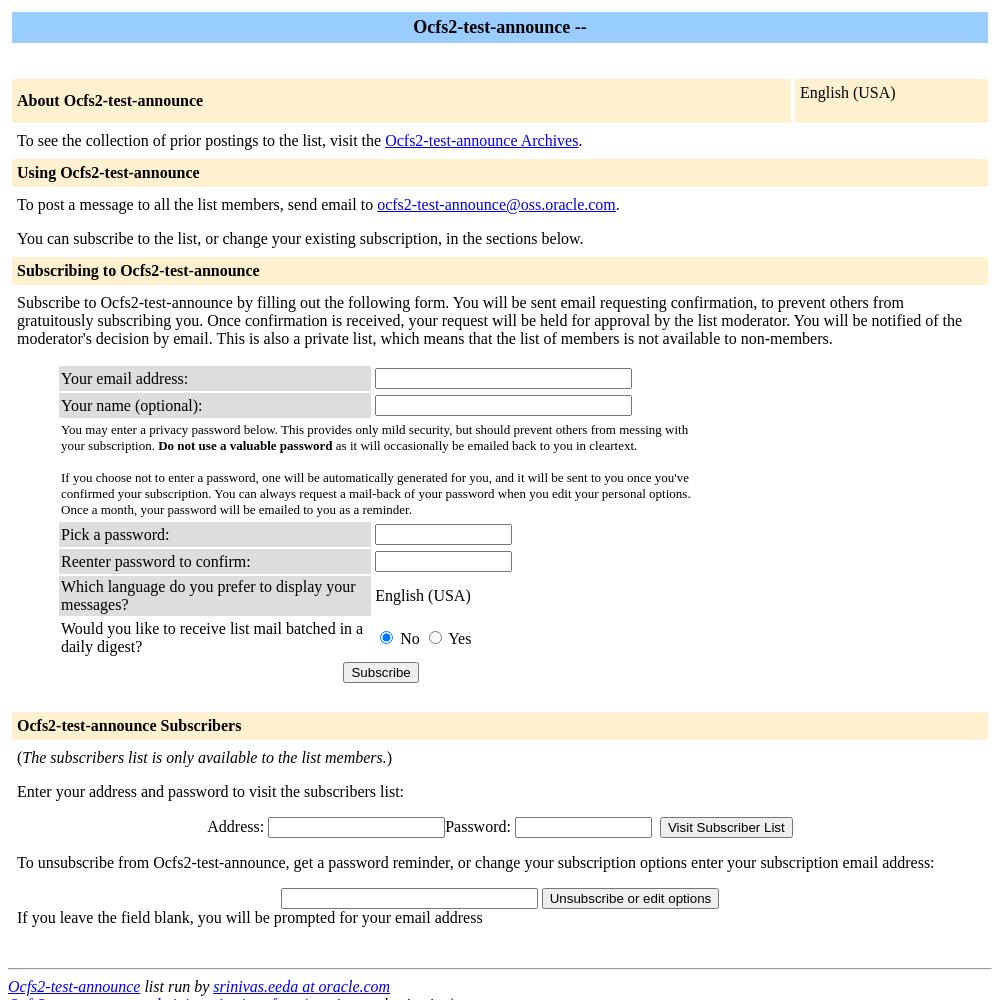 Image resolution: width=1000 pixels, height=1000 pixels. Describe the element at coordinates (498, 27) in the screenshot. I see `'Ocfs2-test-announce --'` at that location.